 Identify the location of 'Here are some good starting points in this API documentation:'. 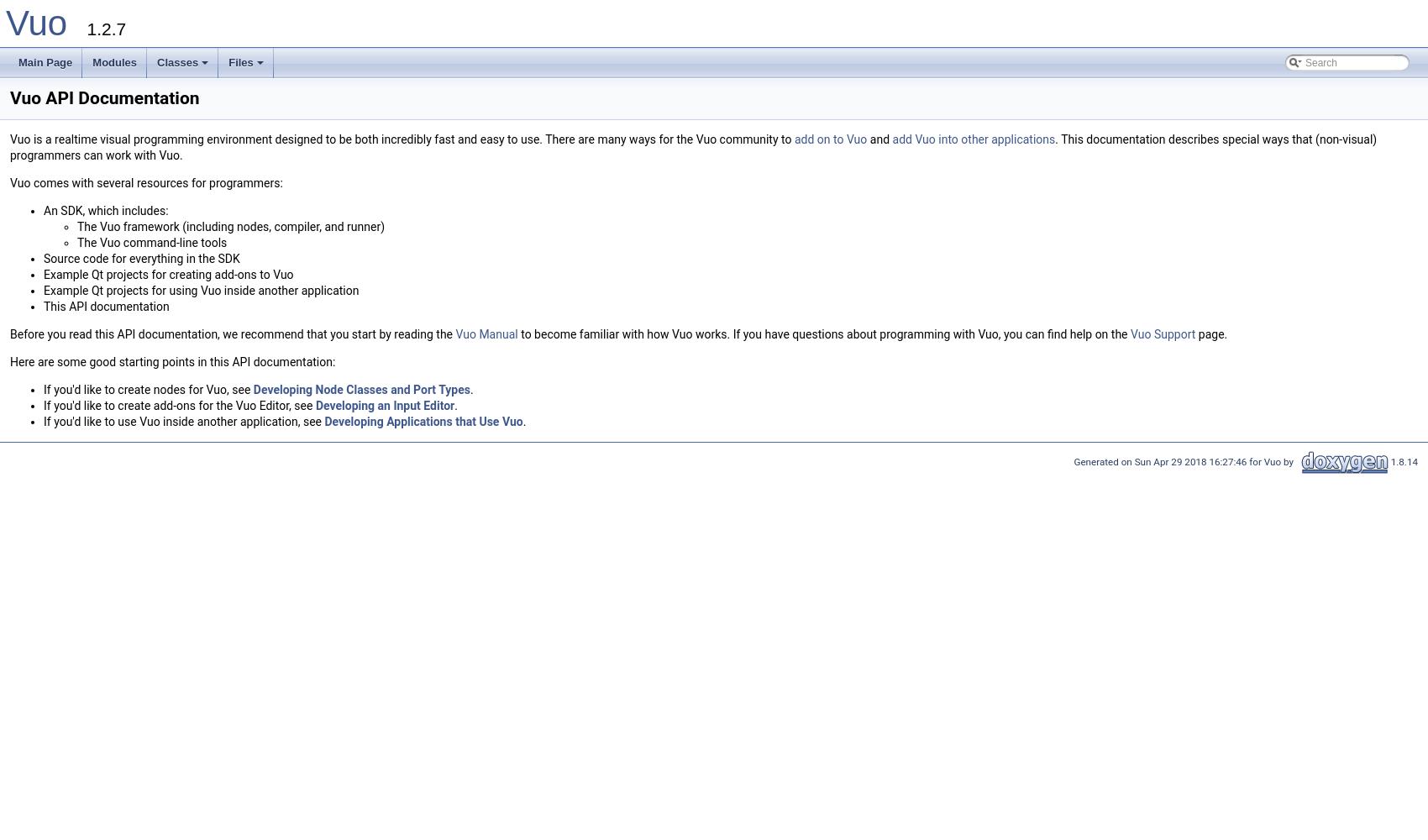
(171, 362).